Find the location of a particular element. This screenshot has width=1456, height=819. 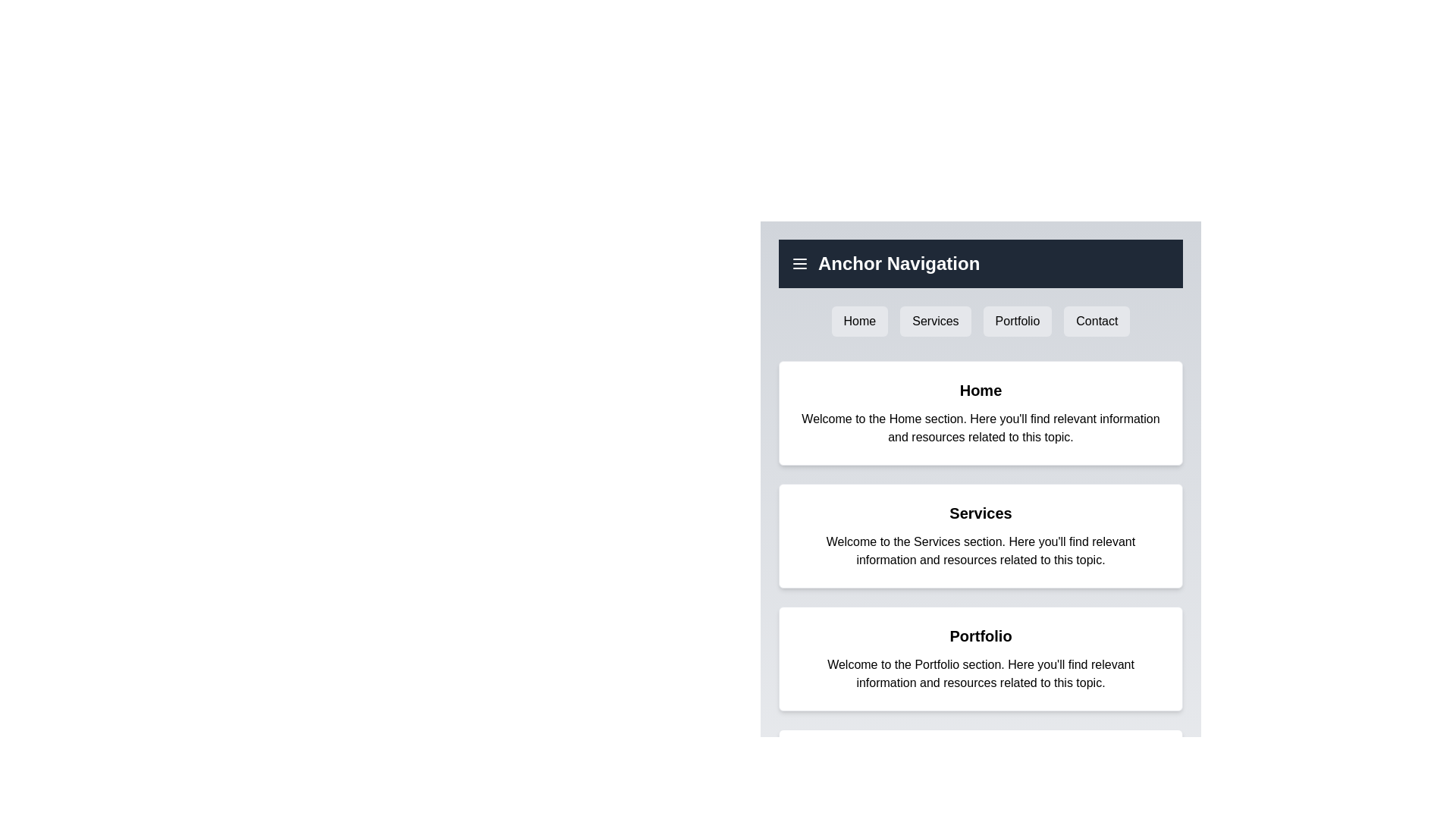

the Services informational card, which is the second section in the layout, positioned between the Home and Portfolio sections is located at coordinates (981, 535).